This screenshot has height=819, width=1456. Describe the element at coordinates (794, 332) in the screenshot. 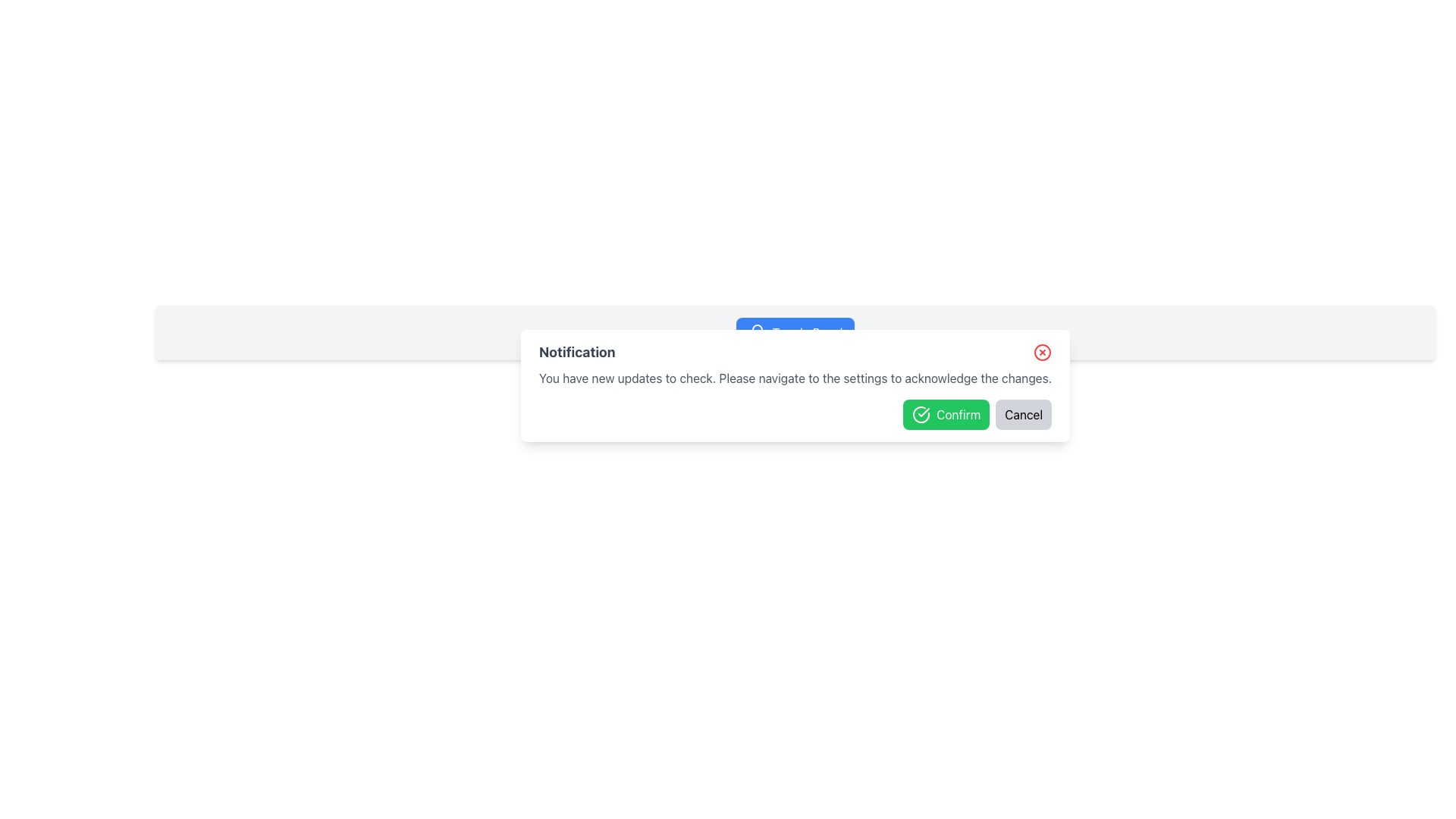

I see `the 'Toggle Panel' button with a blue background and white text` at that location.